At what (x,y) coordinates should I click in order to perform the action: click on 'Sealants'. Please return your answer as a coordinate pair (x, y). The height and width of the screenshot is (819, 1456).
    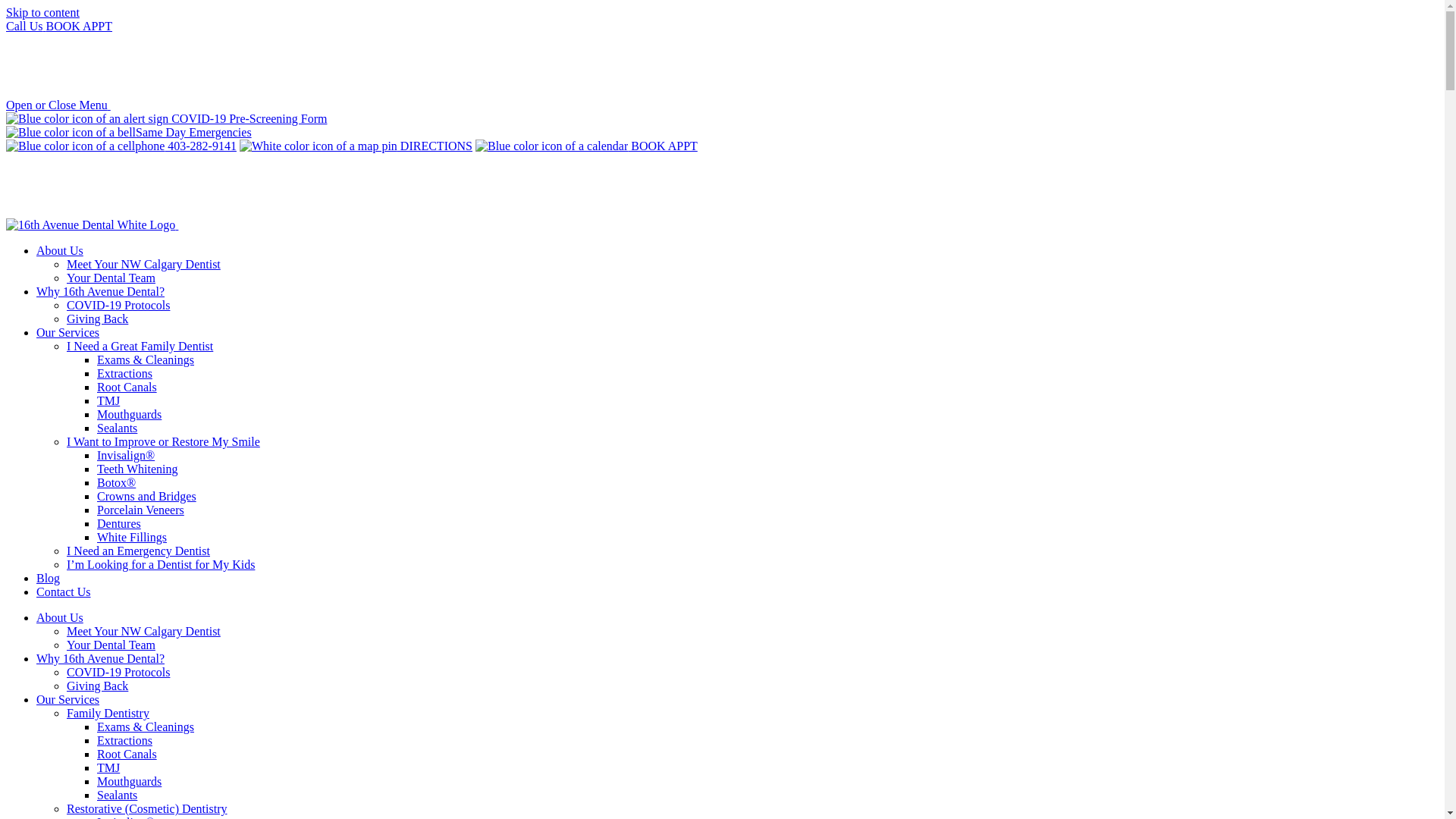
    Looking at the image, I should click on (116, 794).